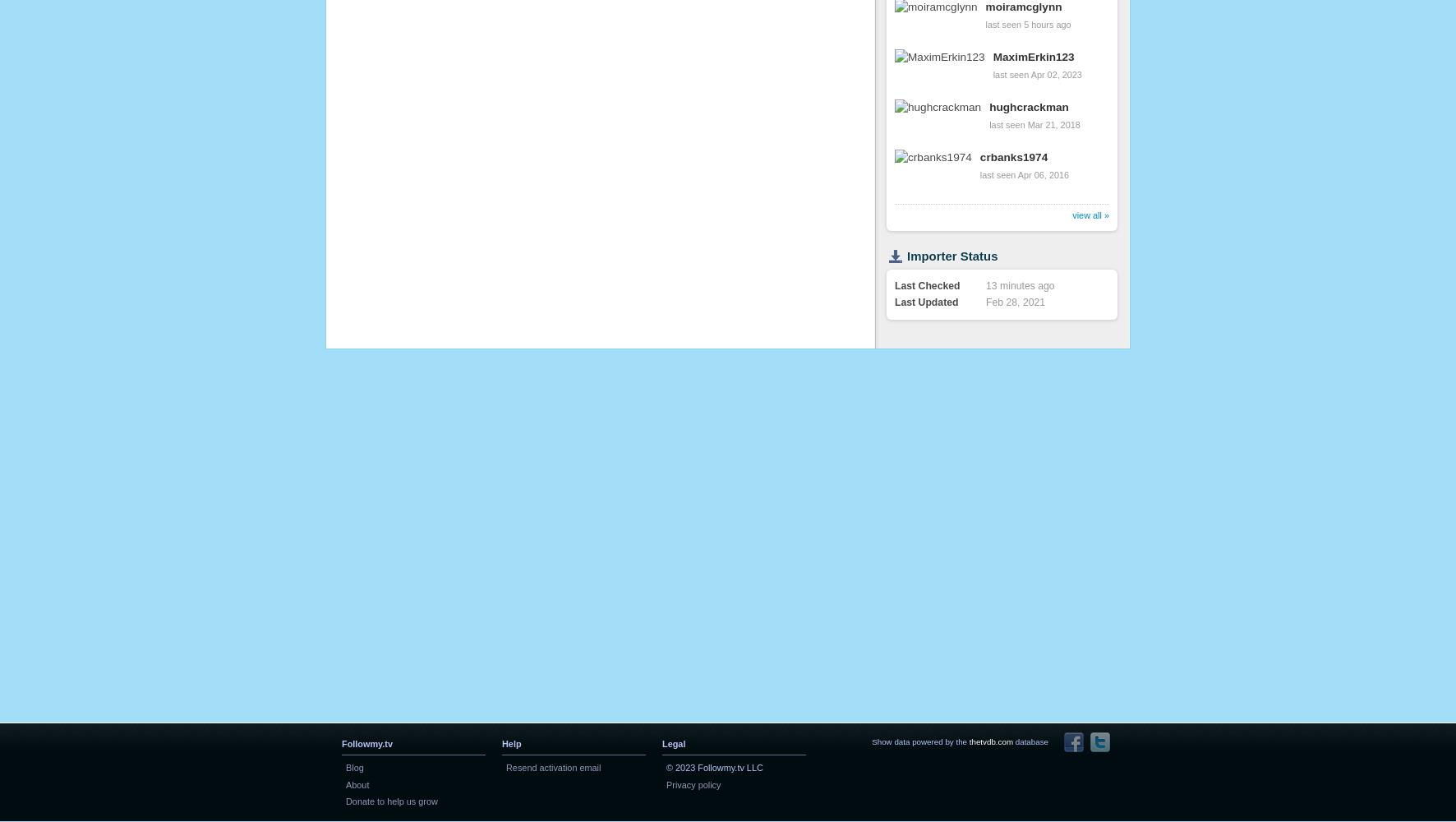 The width and height of the screenshot is (1456, 822). What do you see at coordinates (346, 768) in the screenshot?
I see `'Blog'` at bounding box center [346, 768].